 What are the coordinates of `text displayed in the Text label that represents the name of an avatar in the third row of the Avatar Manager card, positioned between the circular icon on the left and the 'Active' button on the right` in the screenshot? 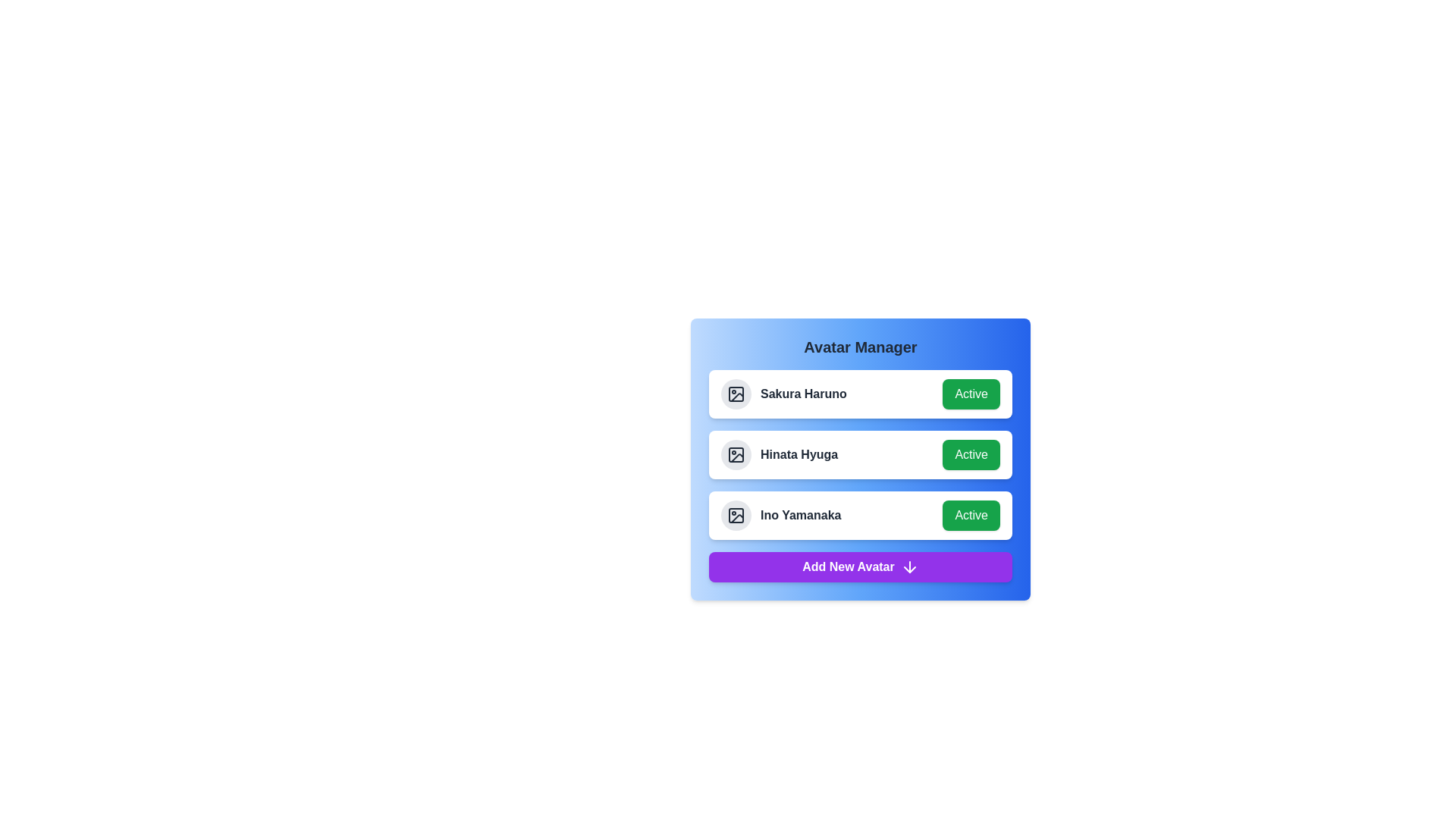 It's located at (800, 514).